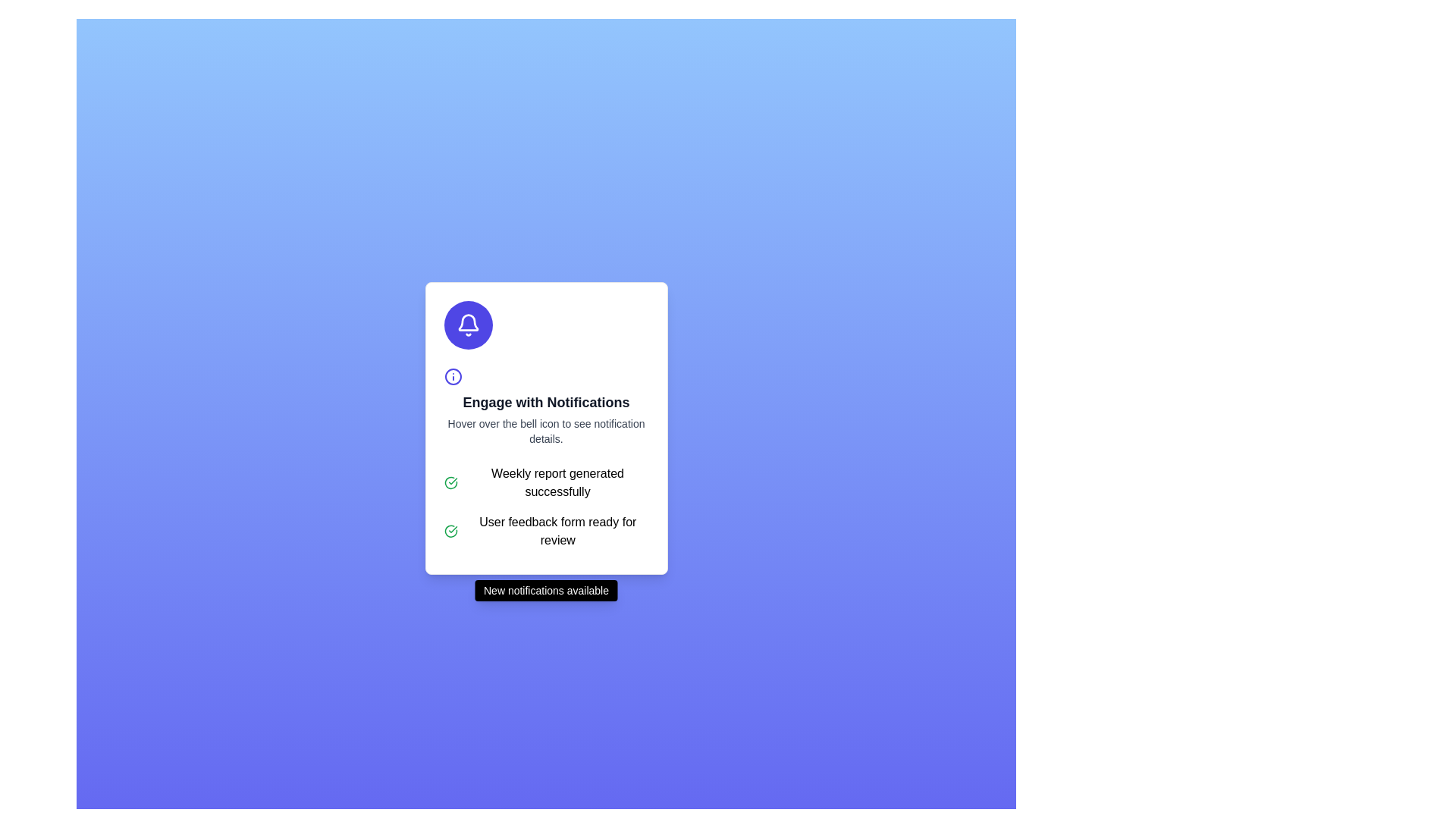  I want to click on the notification bell icon located in the 'Engage with Notifications' section, which serves as a visual indicator for notifications, so click(467, 322).